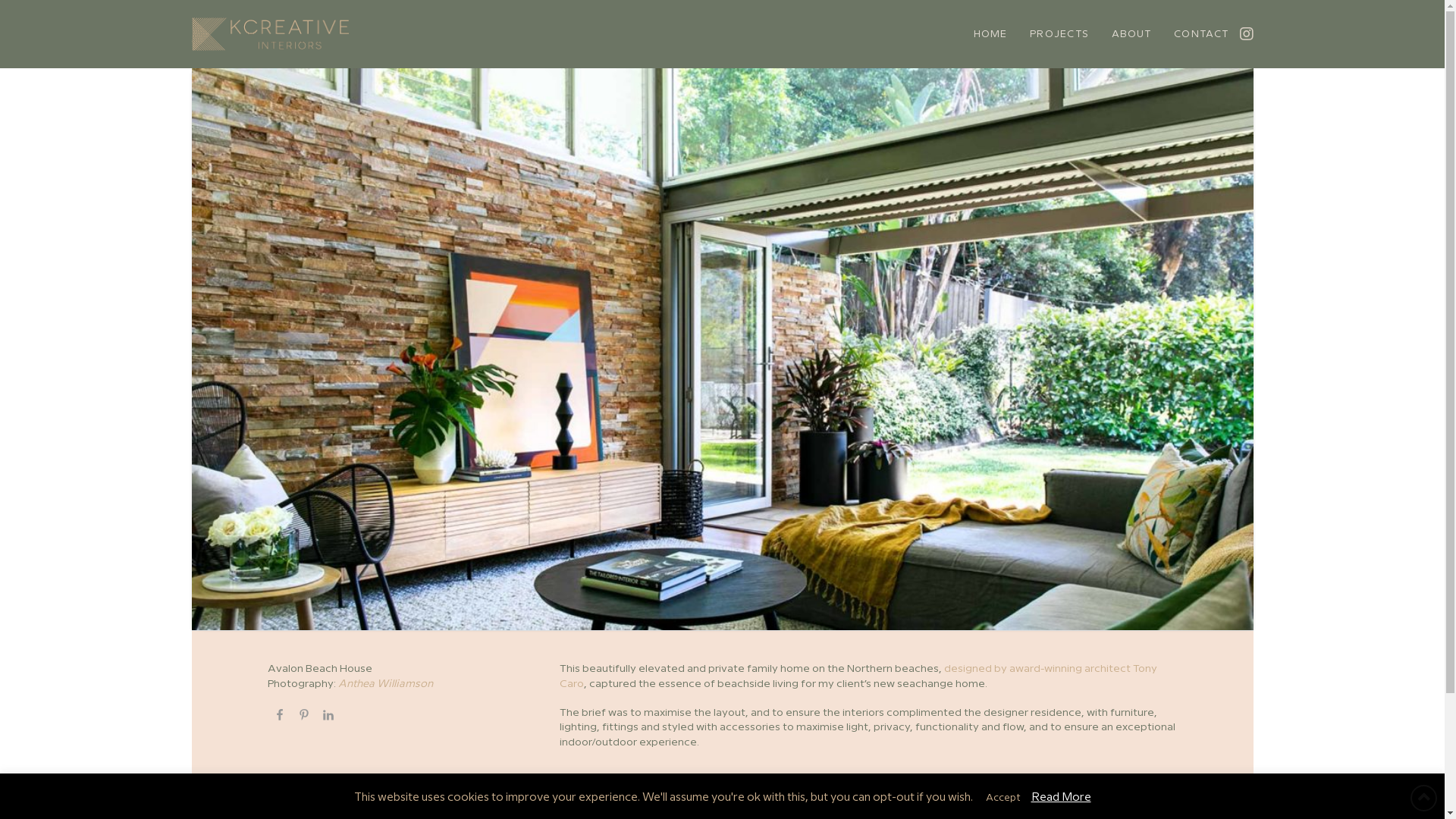 This screenshot has width=1456, height=819. I want to click on 'PROJECTS', so click(1058, 34).